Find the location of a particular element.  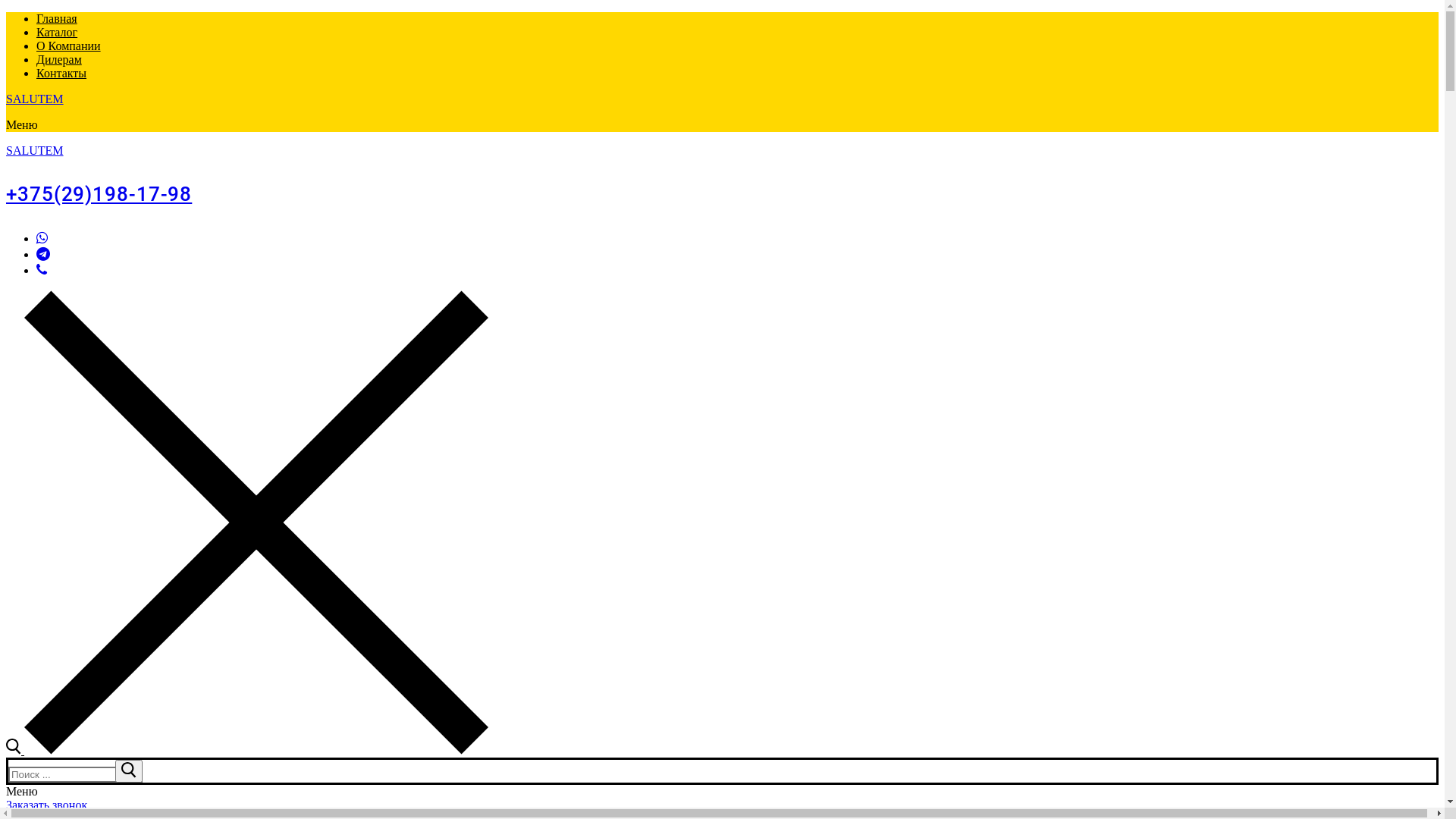

'SALUTEM' is located at coordinates (6, 150).